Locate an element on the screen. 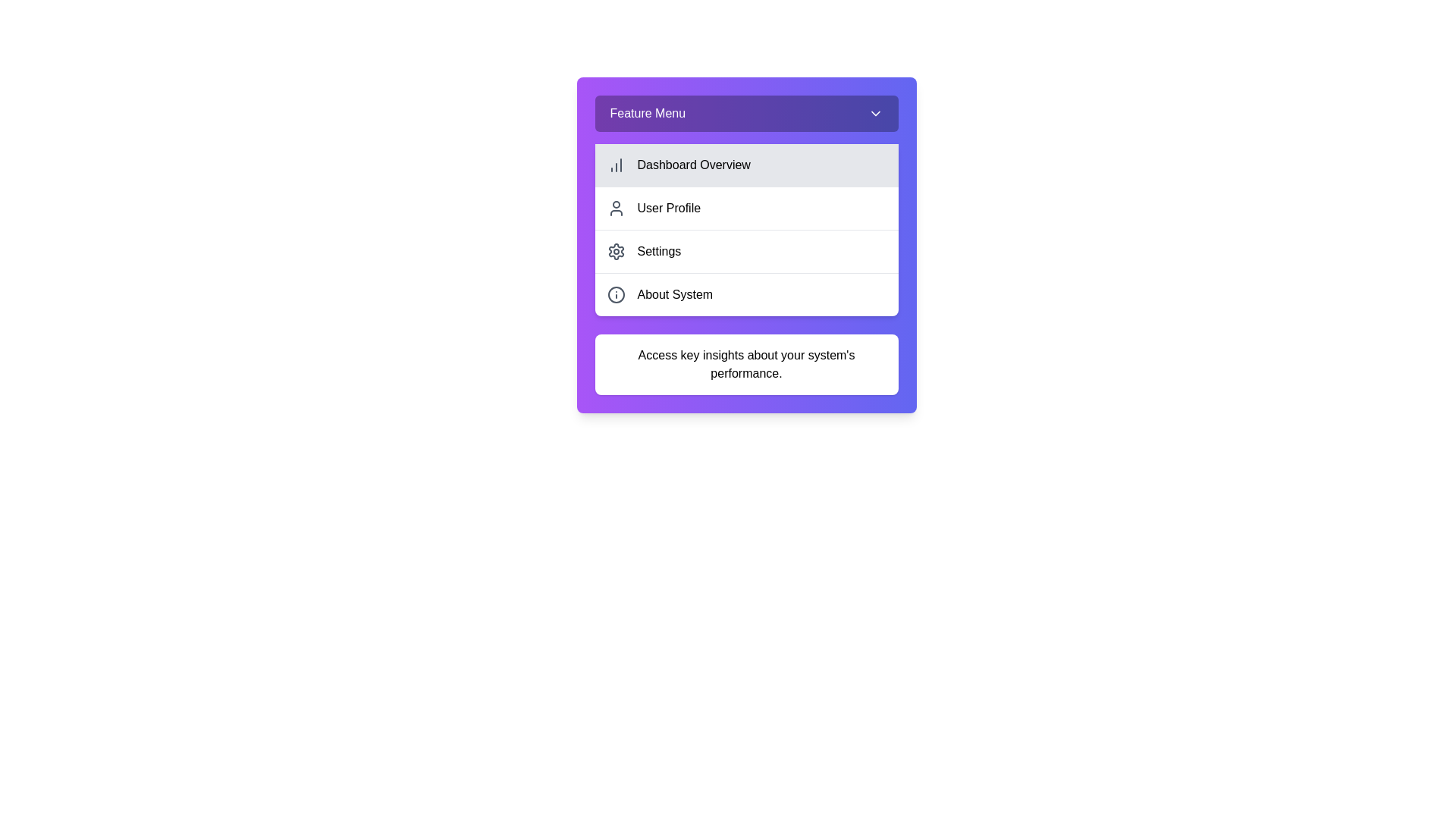 The width and height of the screenshot is (1456, 819). the second item in the vertical menu, which allows access to user profile-related features is located at coordinates (746, 208).